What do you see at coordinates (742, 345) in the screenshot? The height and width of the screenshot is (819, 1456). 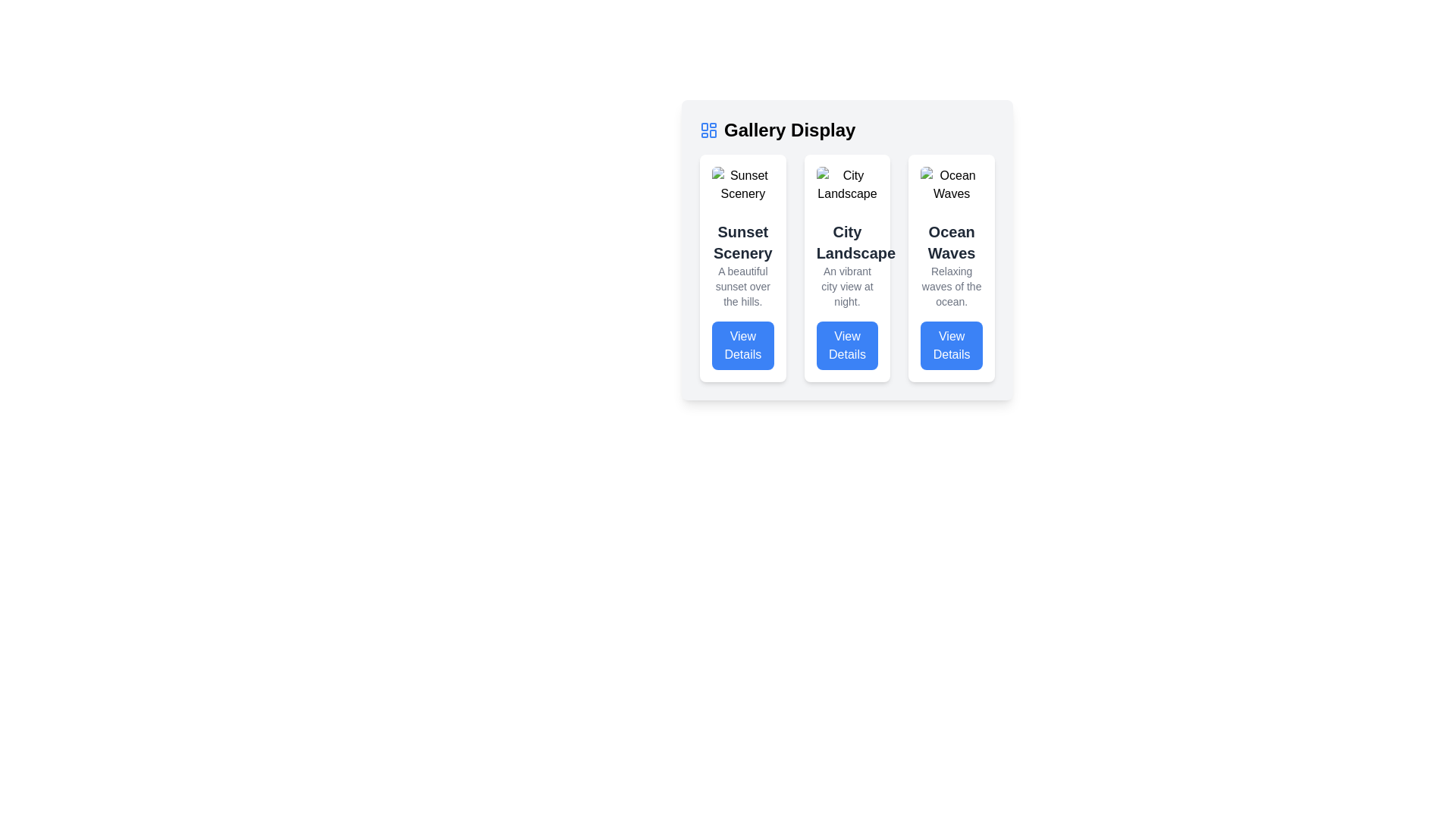 I see `the button at the bottom of the 'Sunset Scenery' card to view more details about this entry` at bounding box center [742, 345].